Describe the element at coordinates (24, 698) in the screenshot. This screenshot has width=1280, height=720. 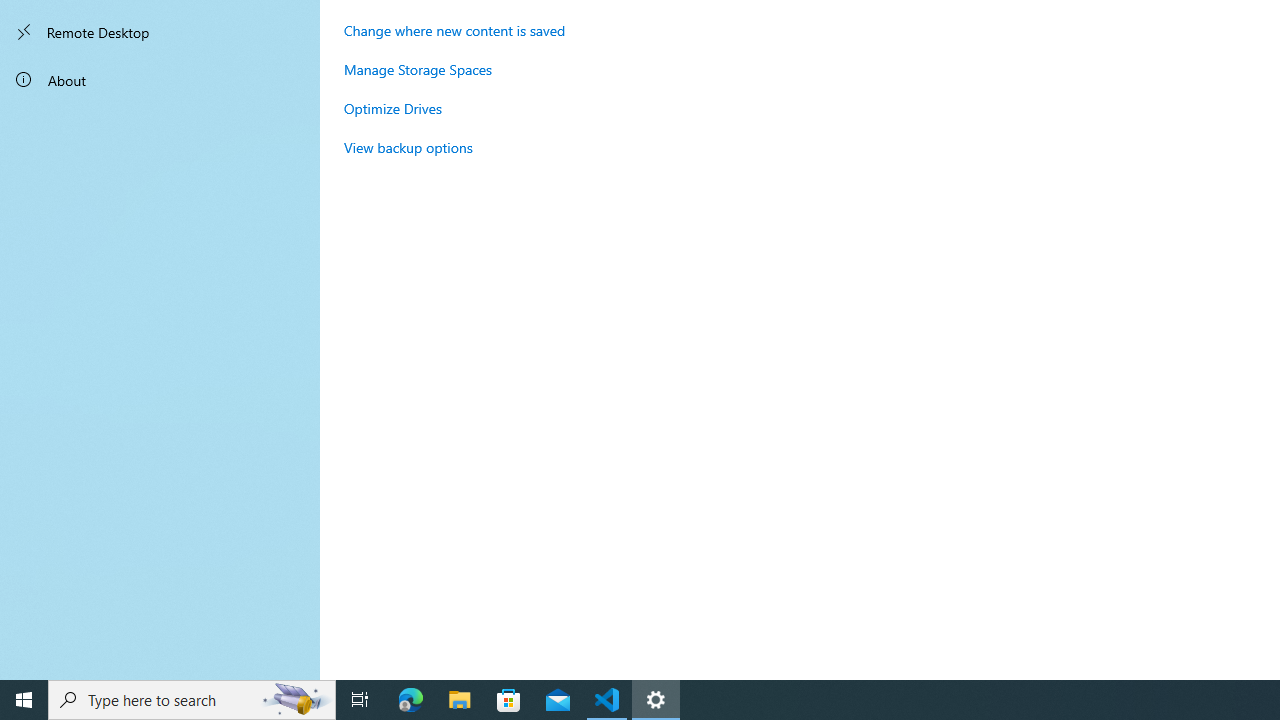
I see `'Start'` at that location.